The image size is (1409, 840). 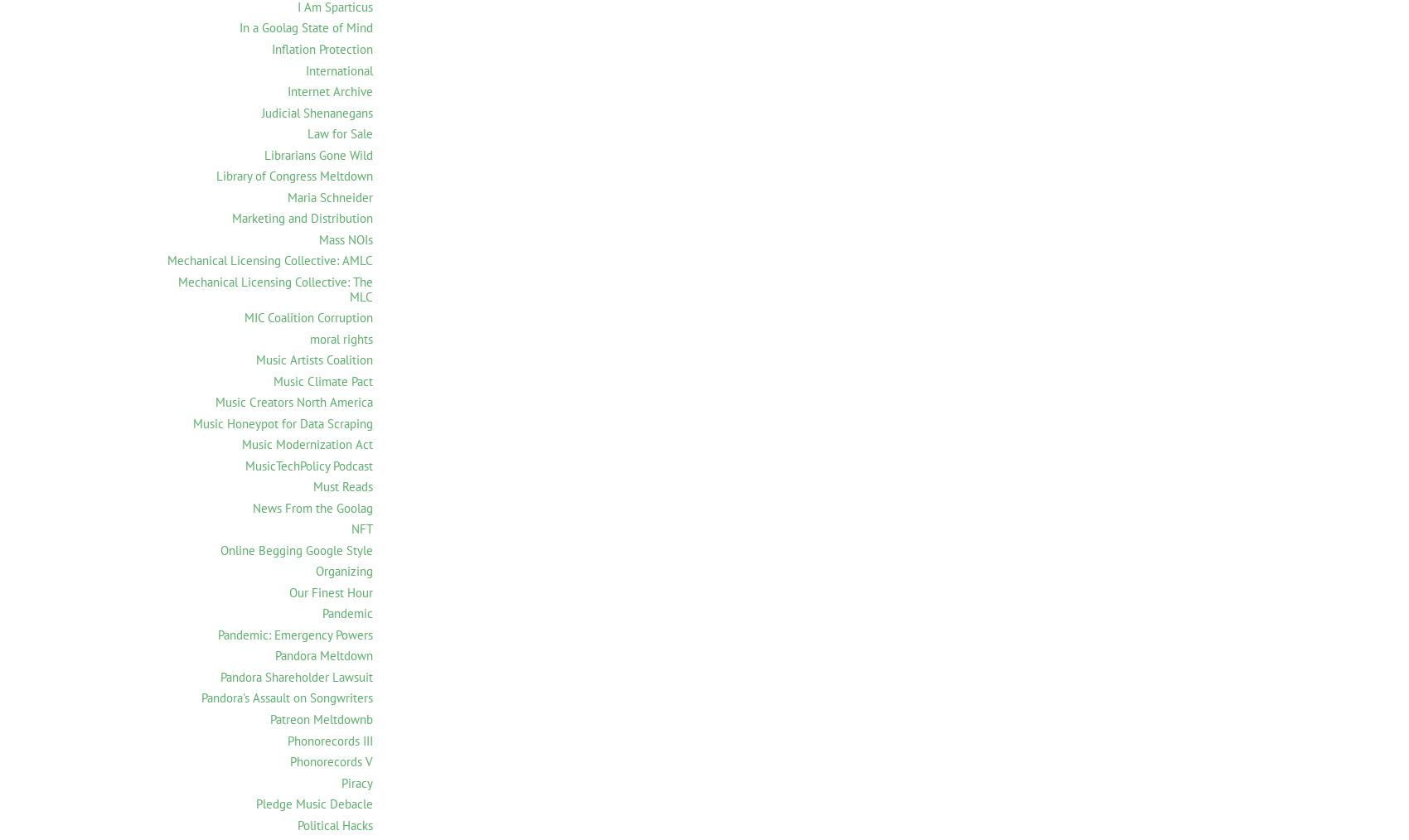 What do you see at coordinates (318, 239) in the screenshot?
I see `'Mass NOIs'` at bounding box center [318, 239].